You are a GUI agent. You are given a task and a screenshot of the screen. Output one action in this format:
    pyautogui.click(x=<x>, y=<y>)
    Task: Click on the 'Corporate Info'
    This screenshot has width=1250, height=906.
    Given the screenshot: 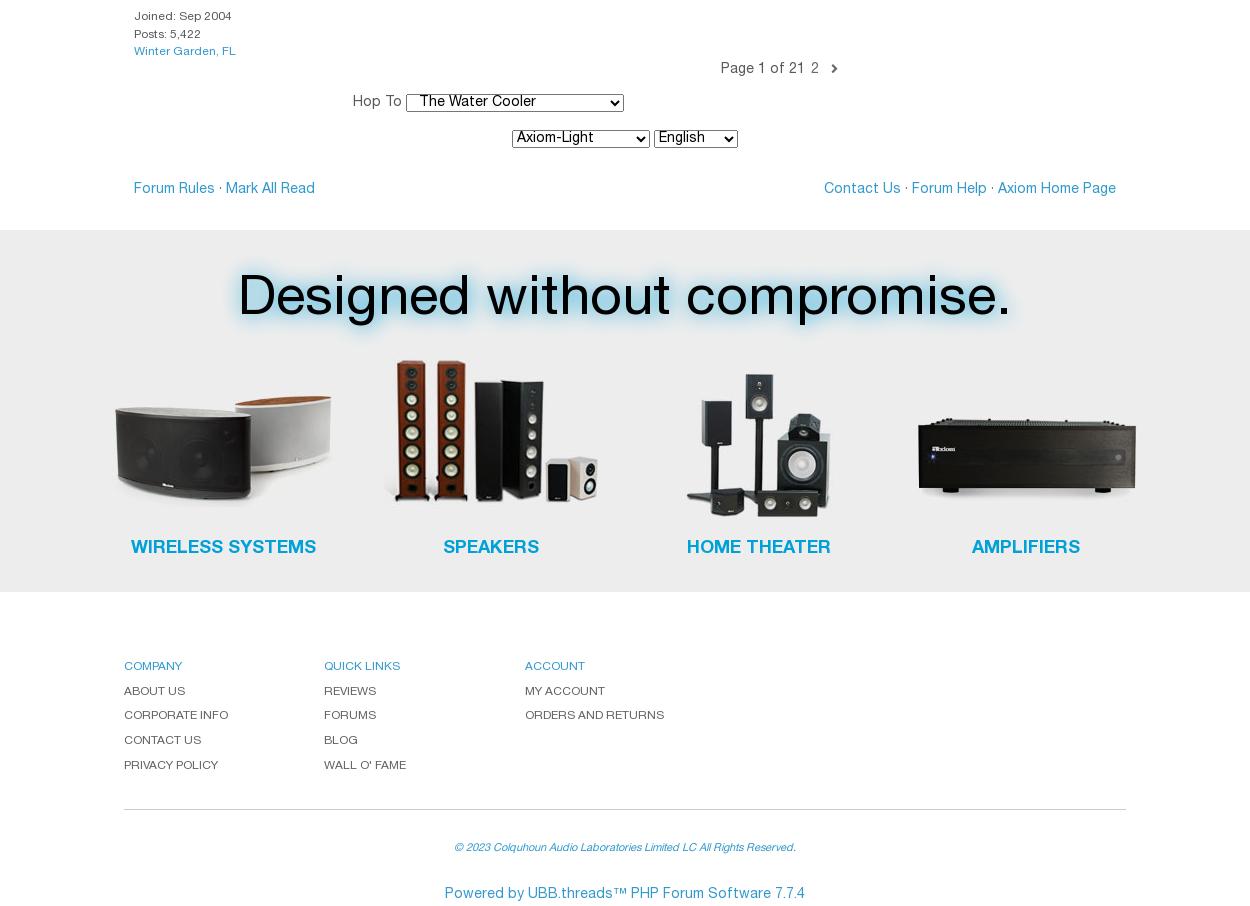 What is the action you would take?
    pyautogui.click(x=176, y=716)
    